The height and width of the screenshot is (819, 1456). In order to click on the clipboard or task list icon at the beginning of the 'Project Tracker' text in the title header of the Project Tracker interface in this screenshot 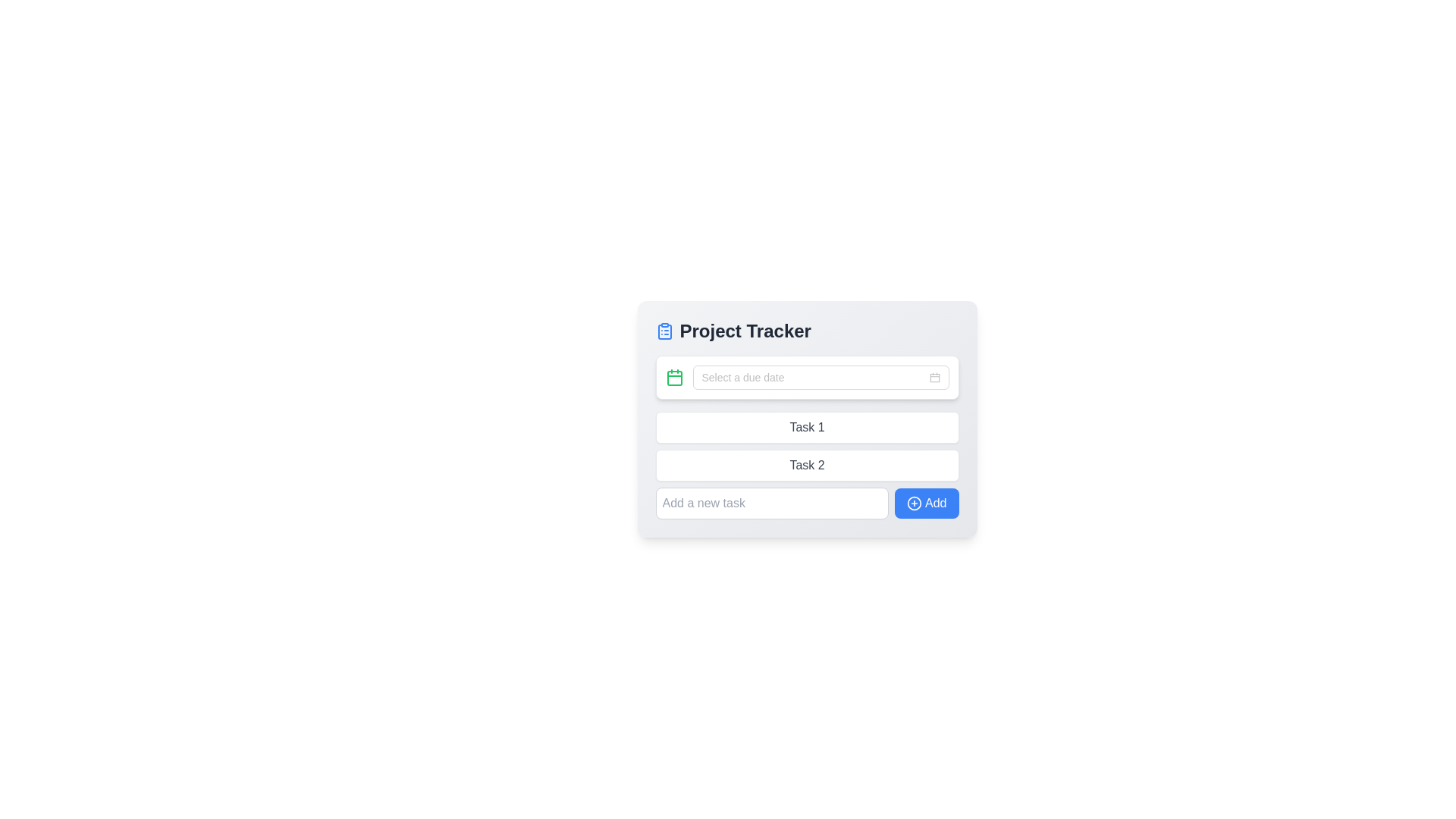, I will do `click(664, 330)`.